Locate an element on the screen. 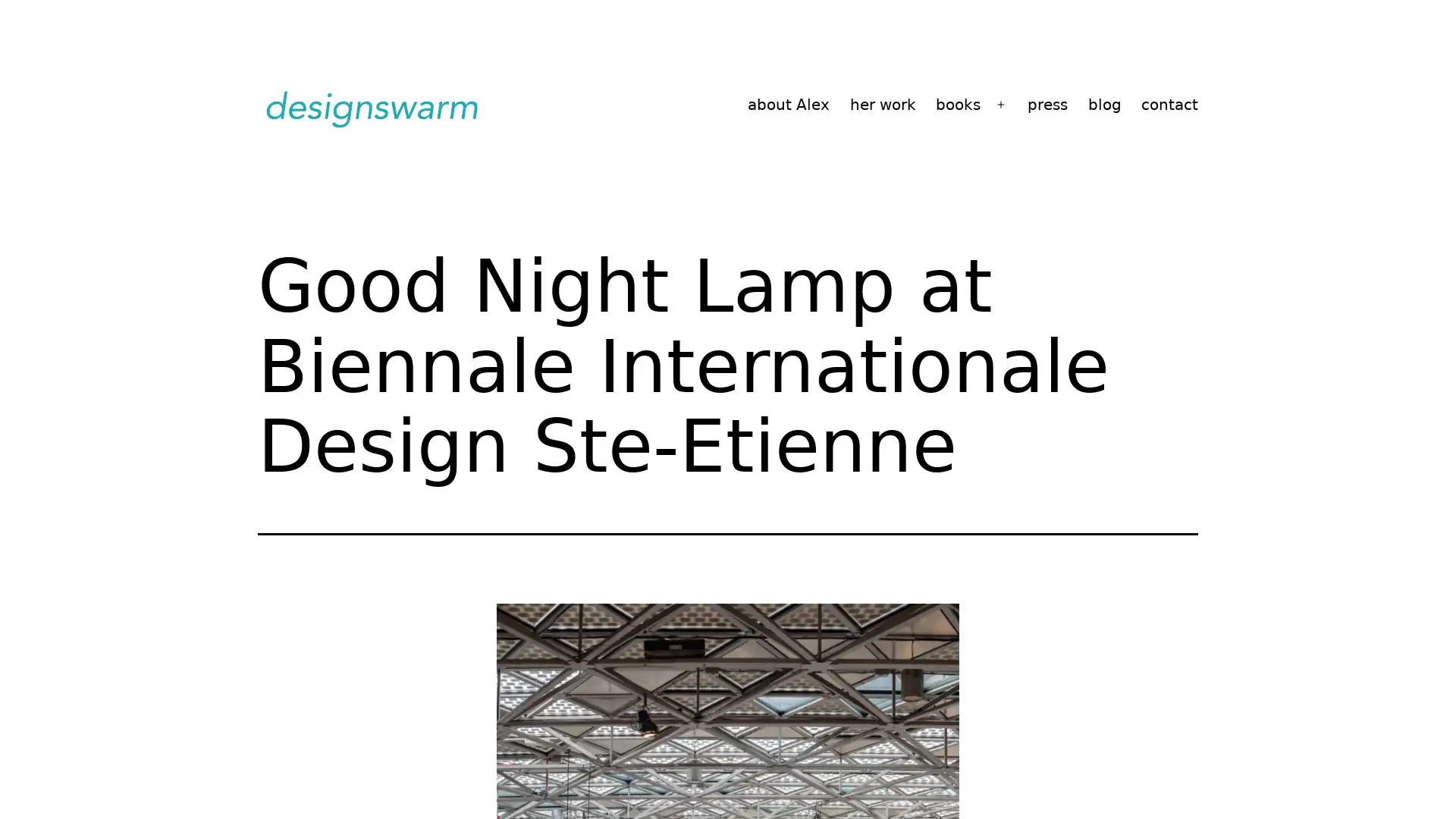 The height and width of the screenshot is (819, 1456). Open menu is located at coordinates (1001, 104).